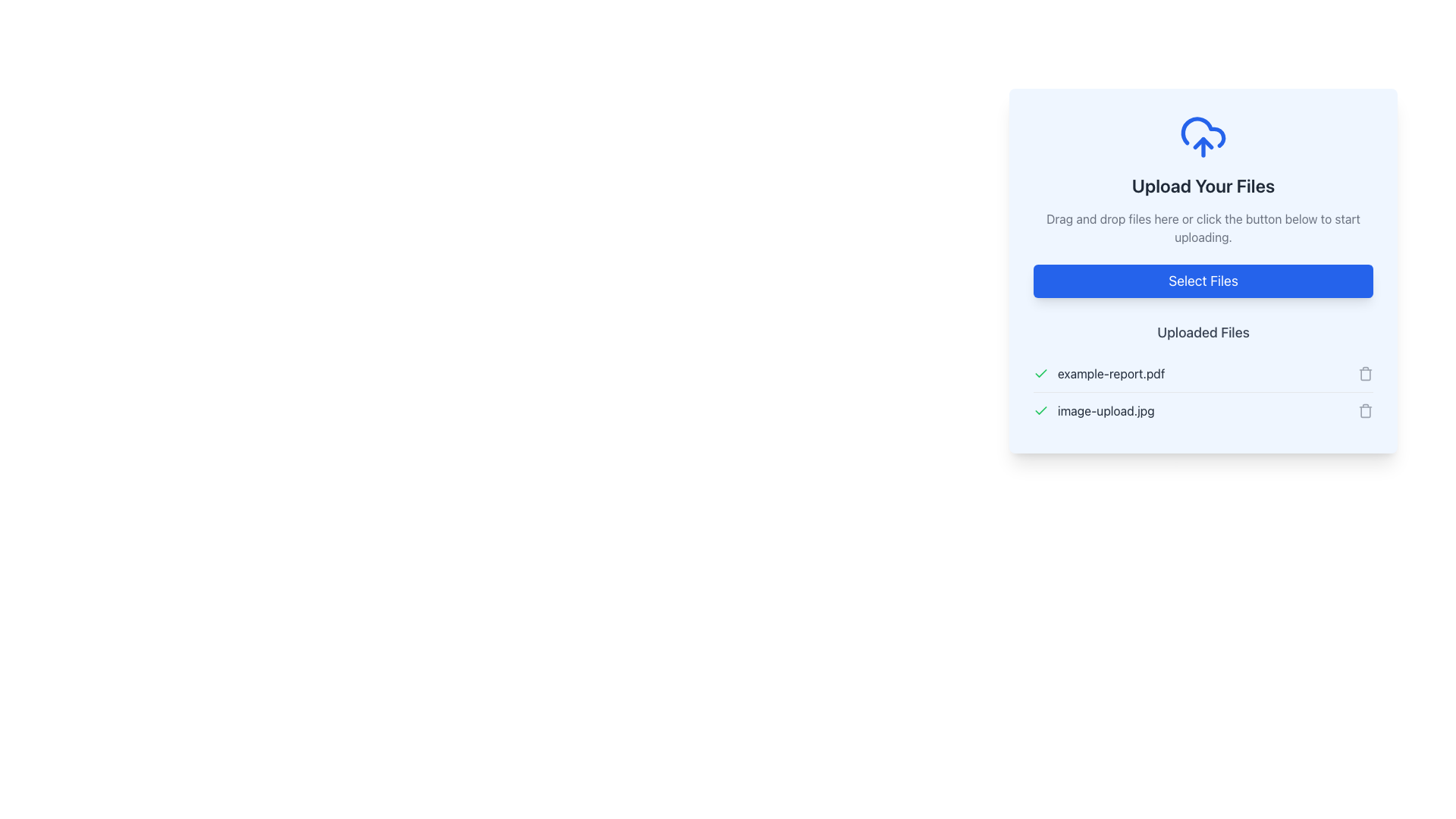  Describe the element at coordinates (1203, 332) in the screenshot. I see `the 'Uploaded Files' text label, which is styled in a large gray font and serves as a header for the uploaded files list` at that location.